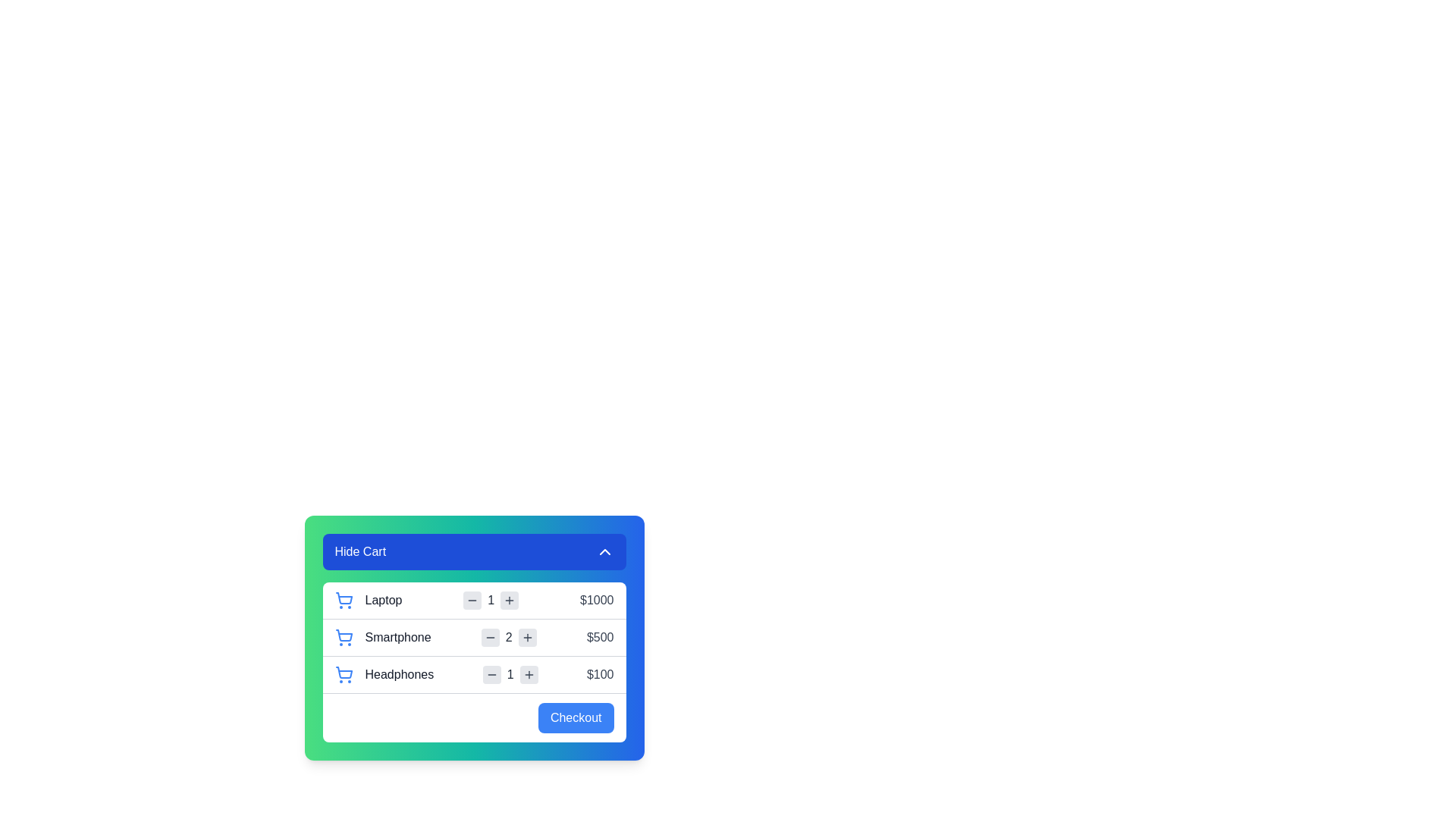 The height and width of the screenshot is (819, 1456). Describe the element at coordinates (472, 599) in the screenshot. I see `the decrement button for the 'Laptop' item` at that location.